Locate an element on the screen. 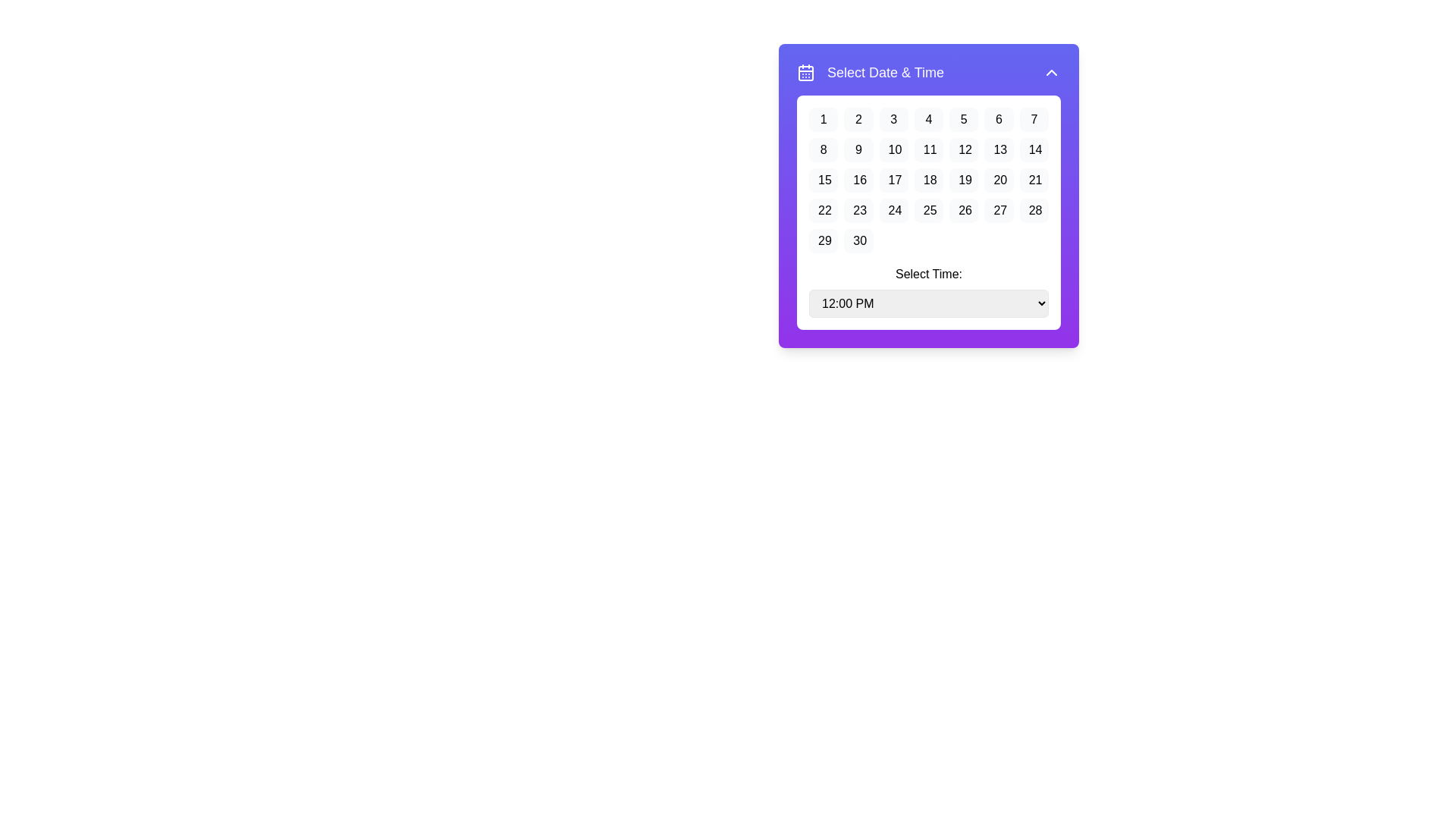 The width and height of the screenshot is (1456, 819). the button displaying the number '15' in black text on a light gray background is located at coordinates (823, 180).